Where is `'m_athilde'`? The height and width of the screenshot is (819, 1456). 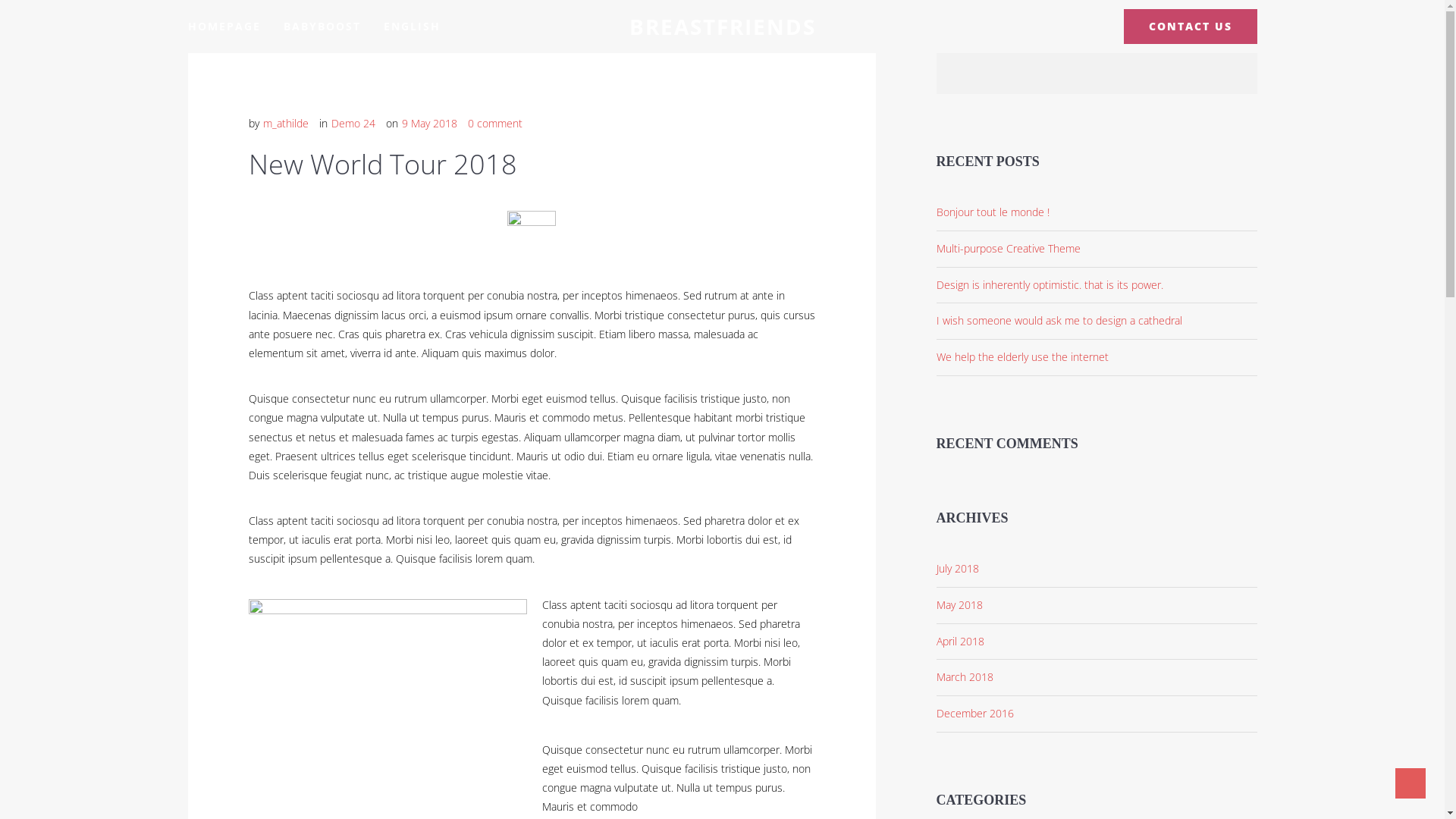 'm_athilde' is located at coordinates (284, 122).